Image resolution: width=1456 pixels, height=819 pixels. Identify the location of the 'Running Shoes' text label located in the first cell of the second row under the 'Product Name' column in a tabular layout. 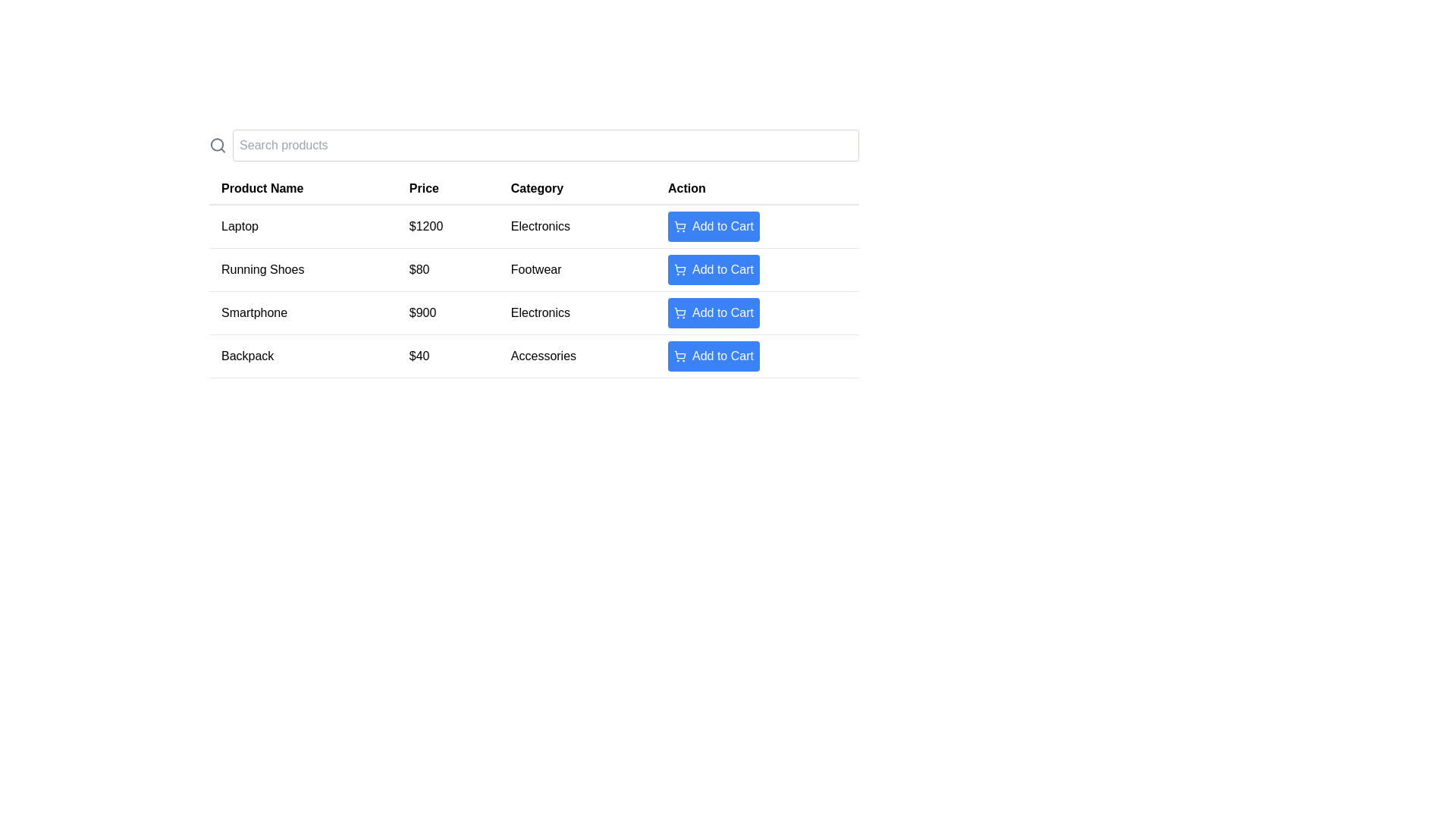
(303, 268).